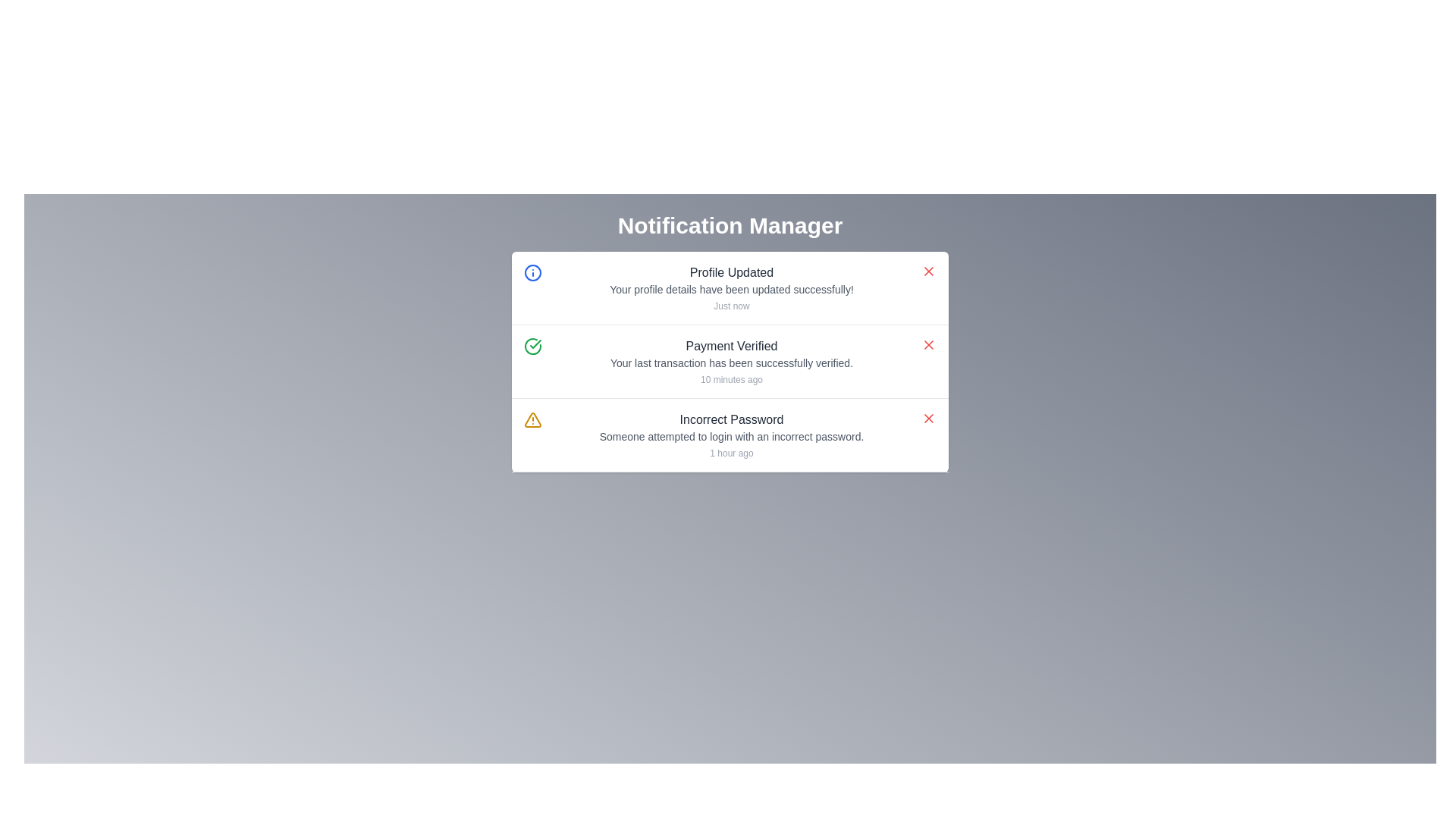 The width and height of the screenshot is (1456, 819). What do you see at coordinates (532, 346) in the screenshot?
I see `the visual confirmation icon for successful payment verification located to the left of the 'Payment Verified' text in the second notification card under 'Notification Manager'` at bounding box center [532, 346].